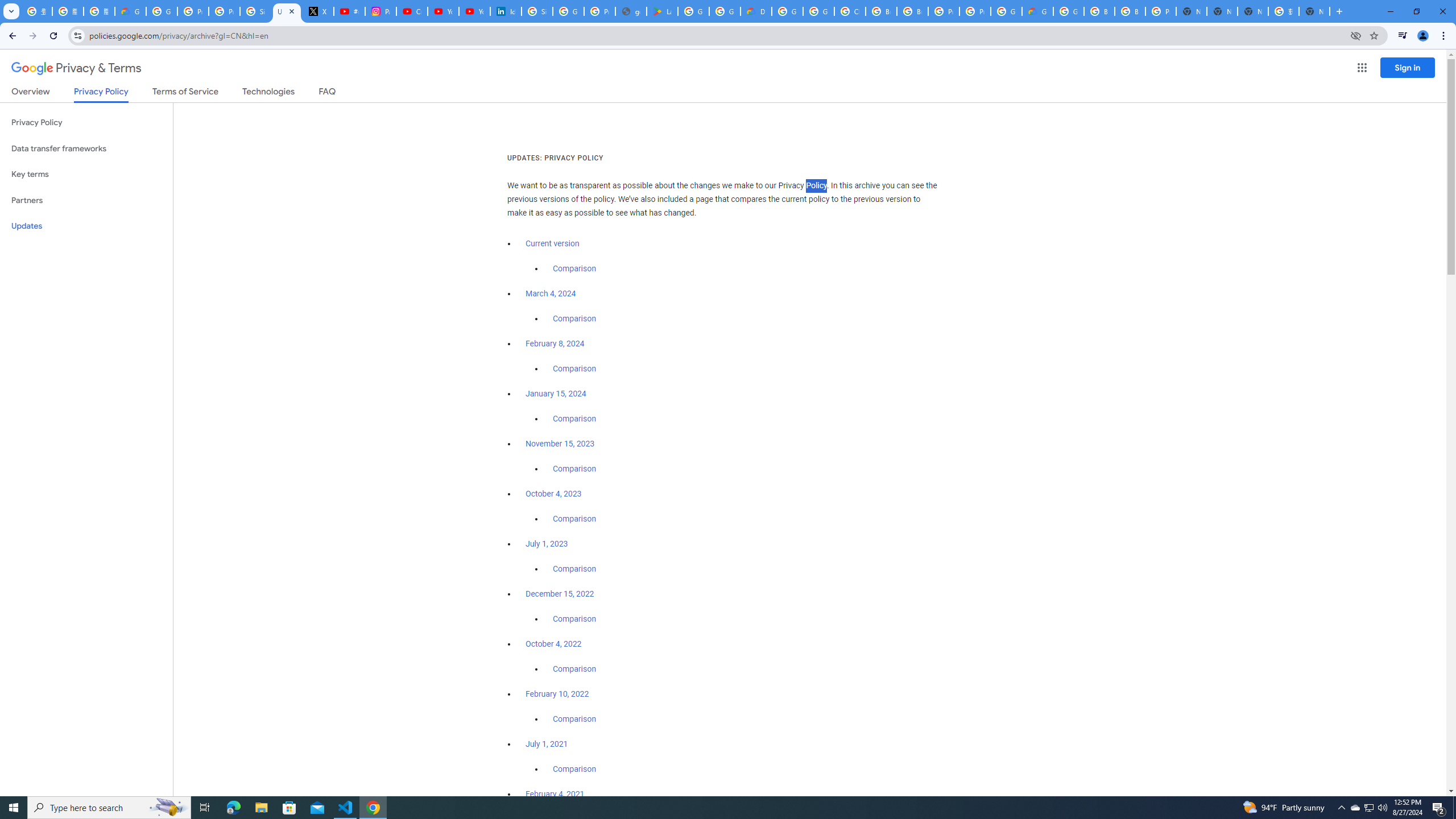  Describe the element at coordinates (552, 243) in the screenshot. I see `'Current version'` at that location.